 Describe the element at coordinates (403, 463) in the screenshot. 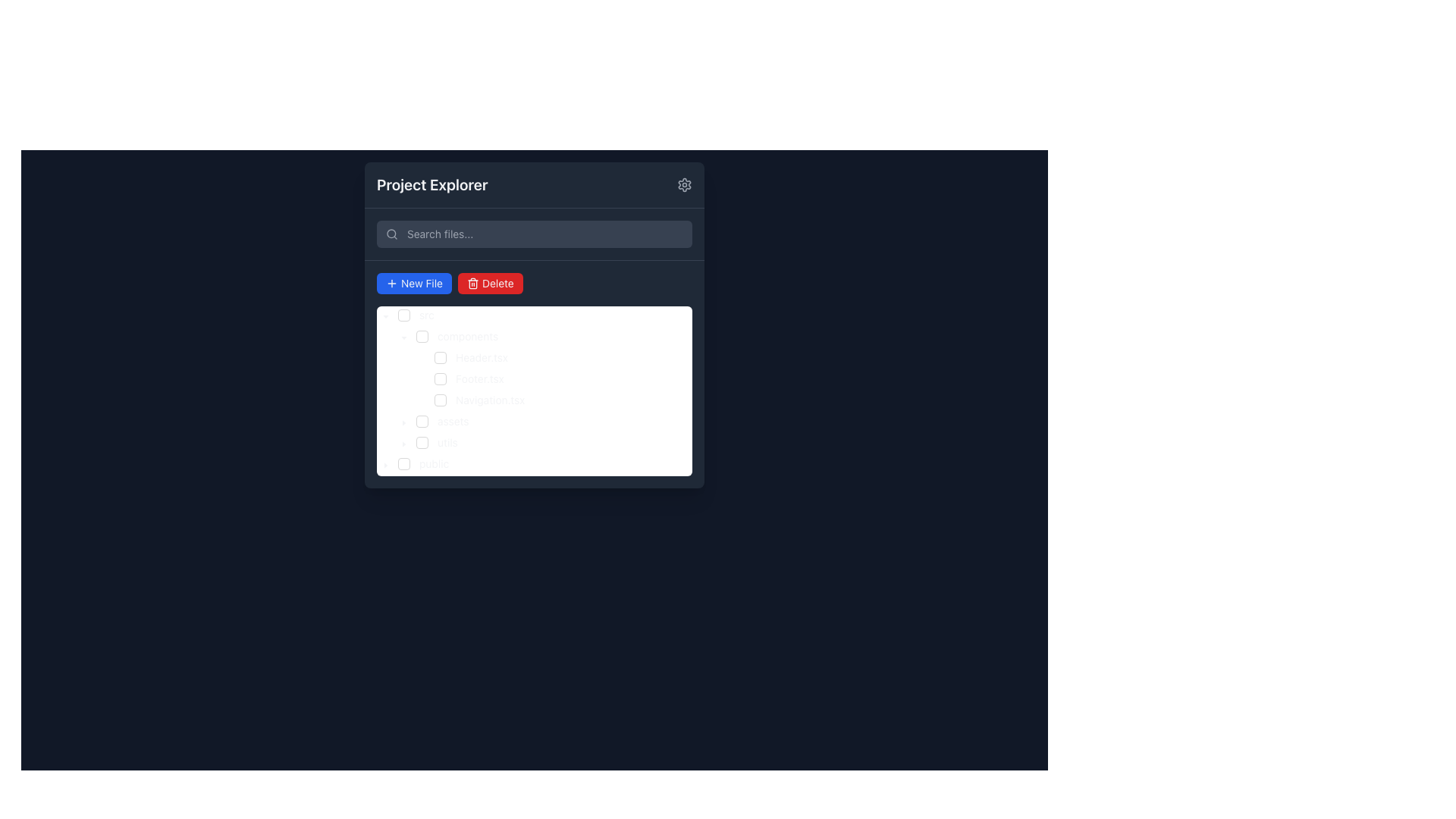

I see `the checkbox associated with the 'public' node in the project explorer tree for a potential tooltip` at that location.